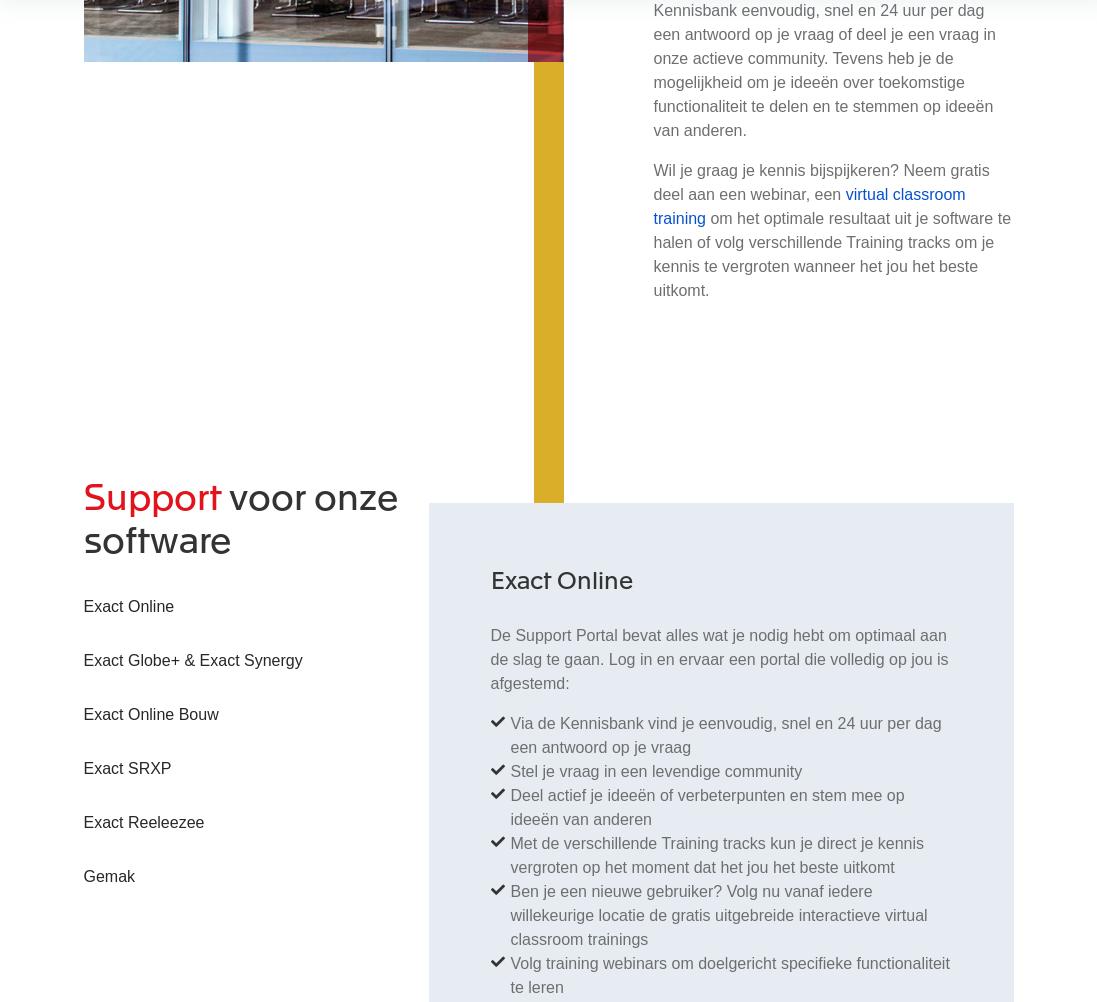 The image size is (1097, 1002). I want to click on 'Exact Reeleezee', so click(143, 820).